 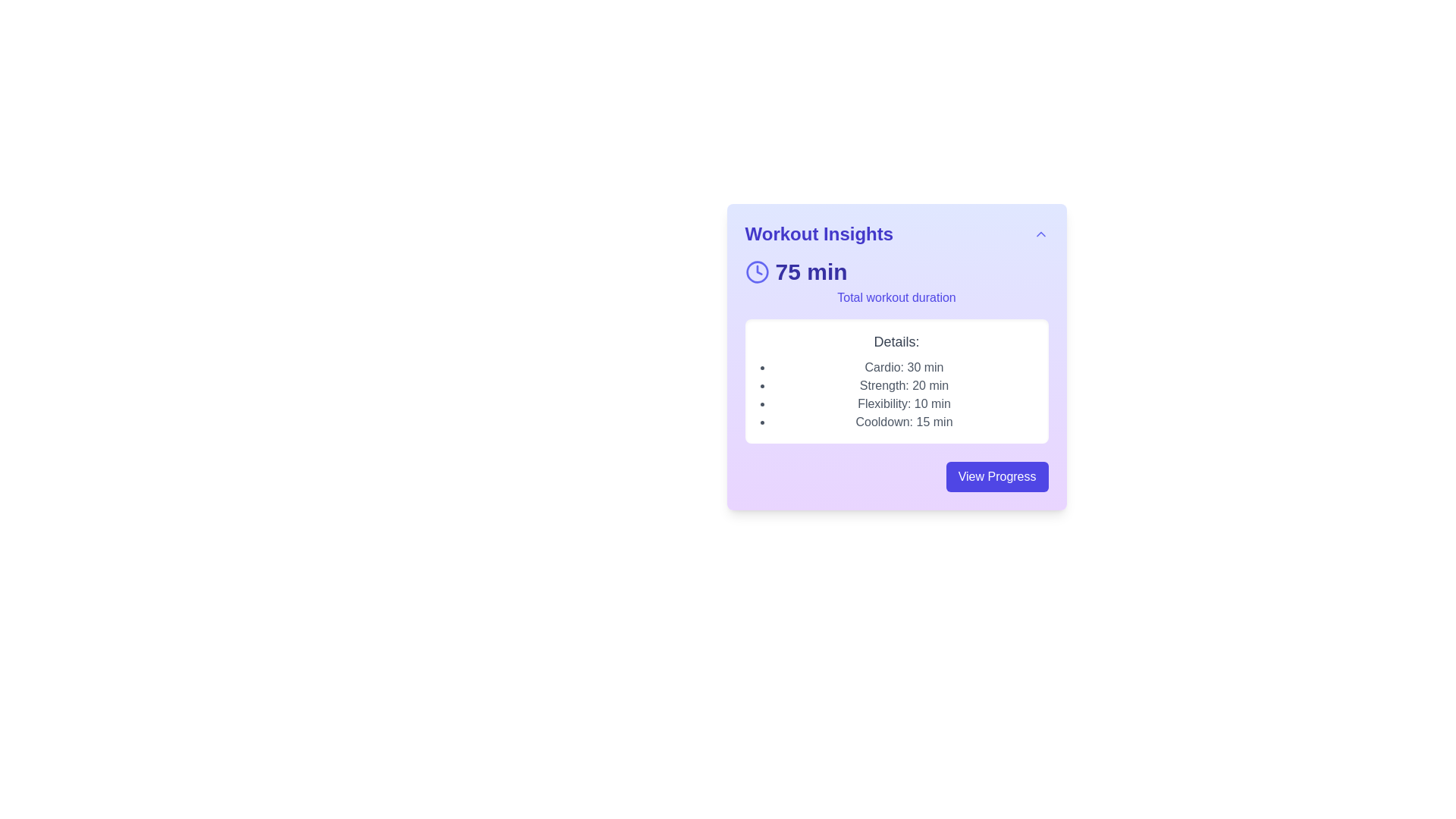 I want to click on the 'View Progress' button located at the bottom-right corner of the 'Workout Insights' card, so click(x=997, y=475).